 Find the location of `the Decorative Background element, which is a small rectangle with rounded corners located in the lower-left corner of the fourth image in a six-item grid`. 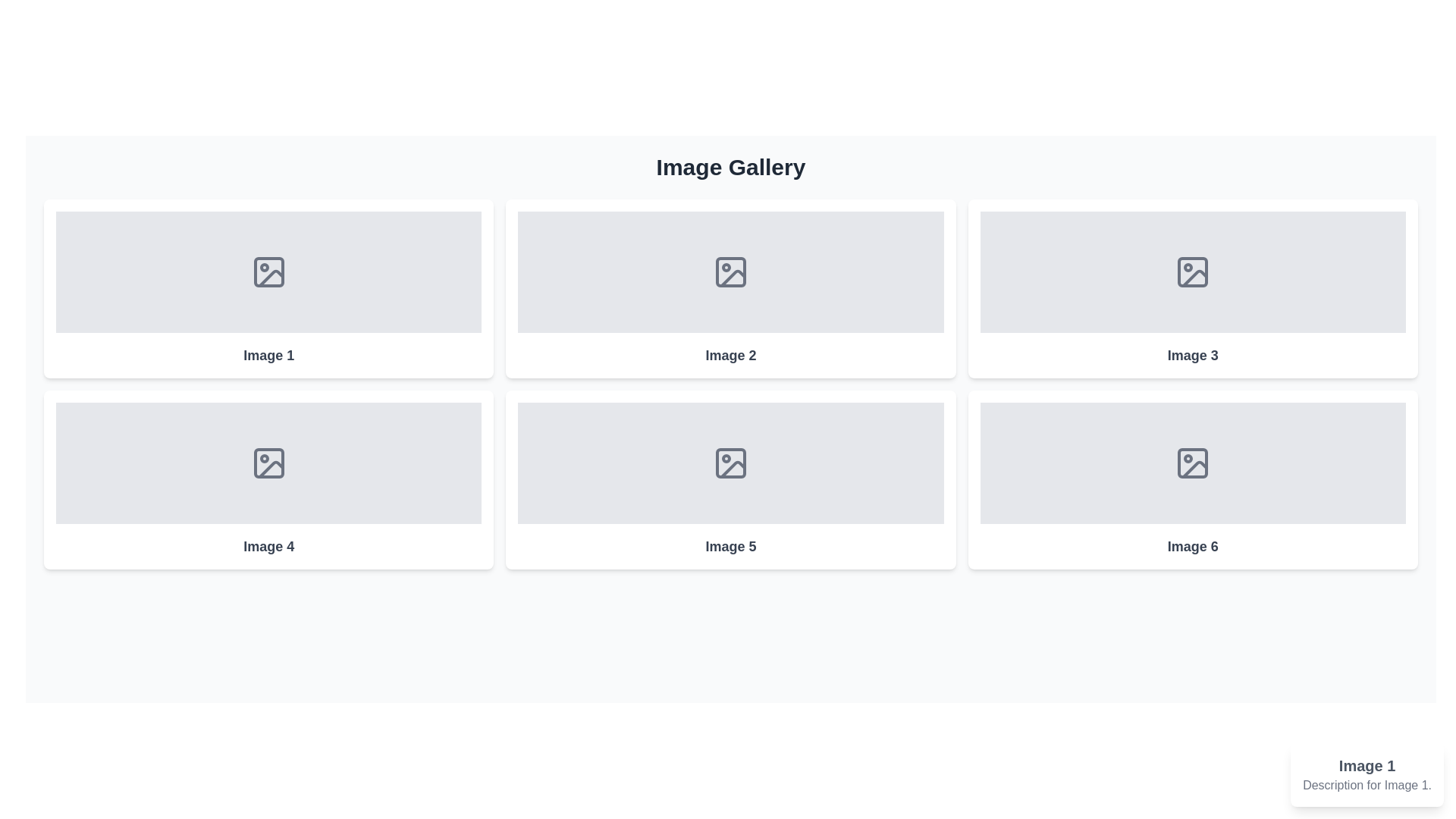

the Decorative Background element, which is a small rectangle with rounded corners located in the lower-left corner of the fourth image in a six-item grid is located at coordinates (268, 462).